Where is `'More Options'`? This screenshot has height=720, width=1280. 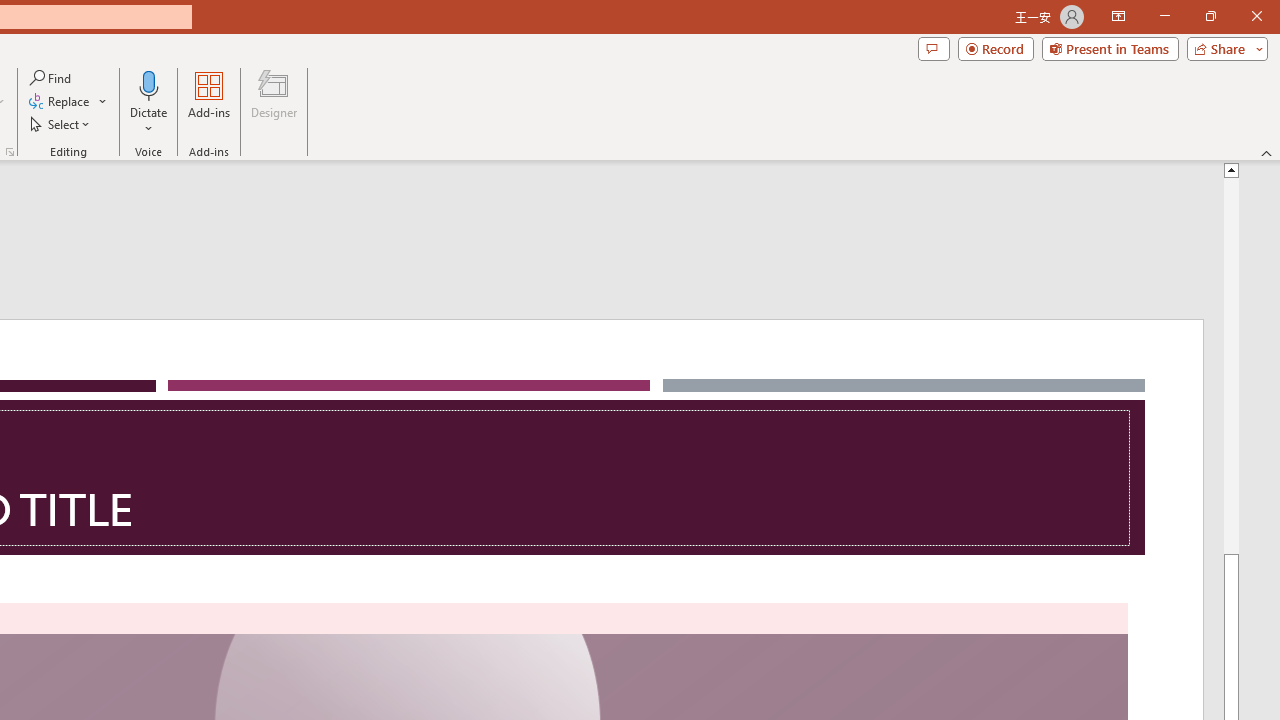
'More Options' is located at coordinates (148, 121).